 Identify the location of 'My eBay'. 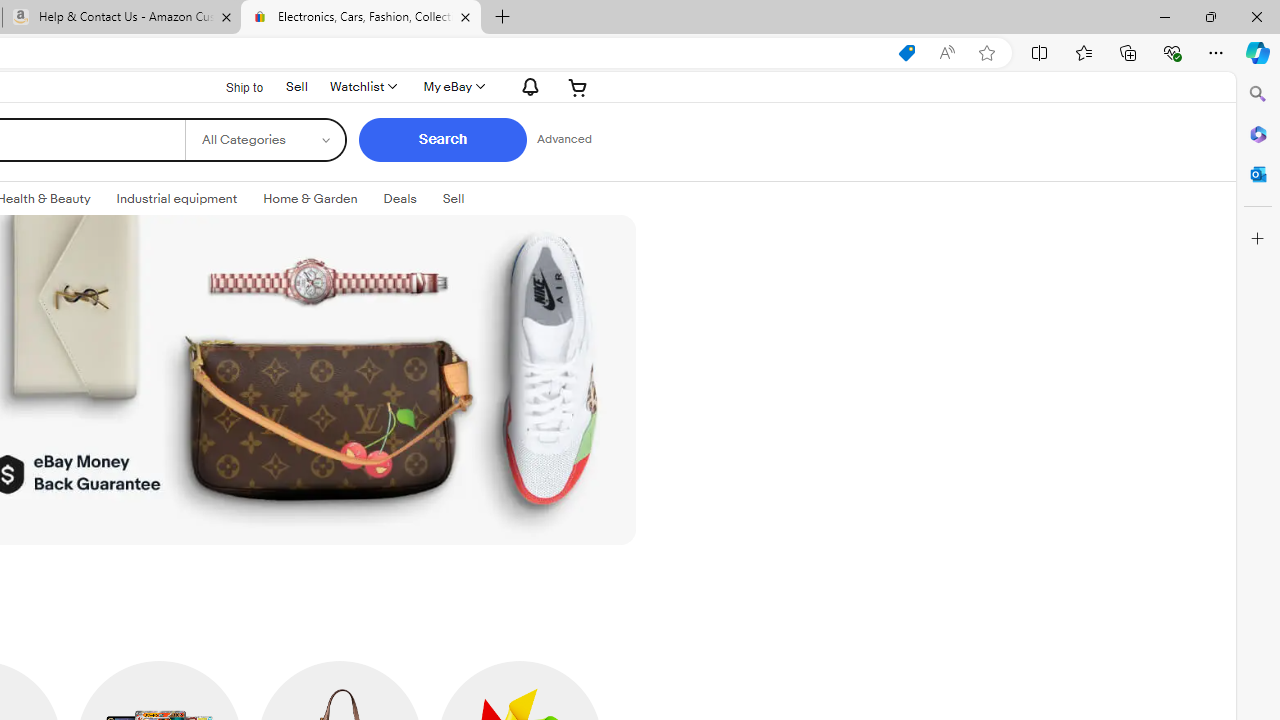
(452, 86).